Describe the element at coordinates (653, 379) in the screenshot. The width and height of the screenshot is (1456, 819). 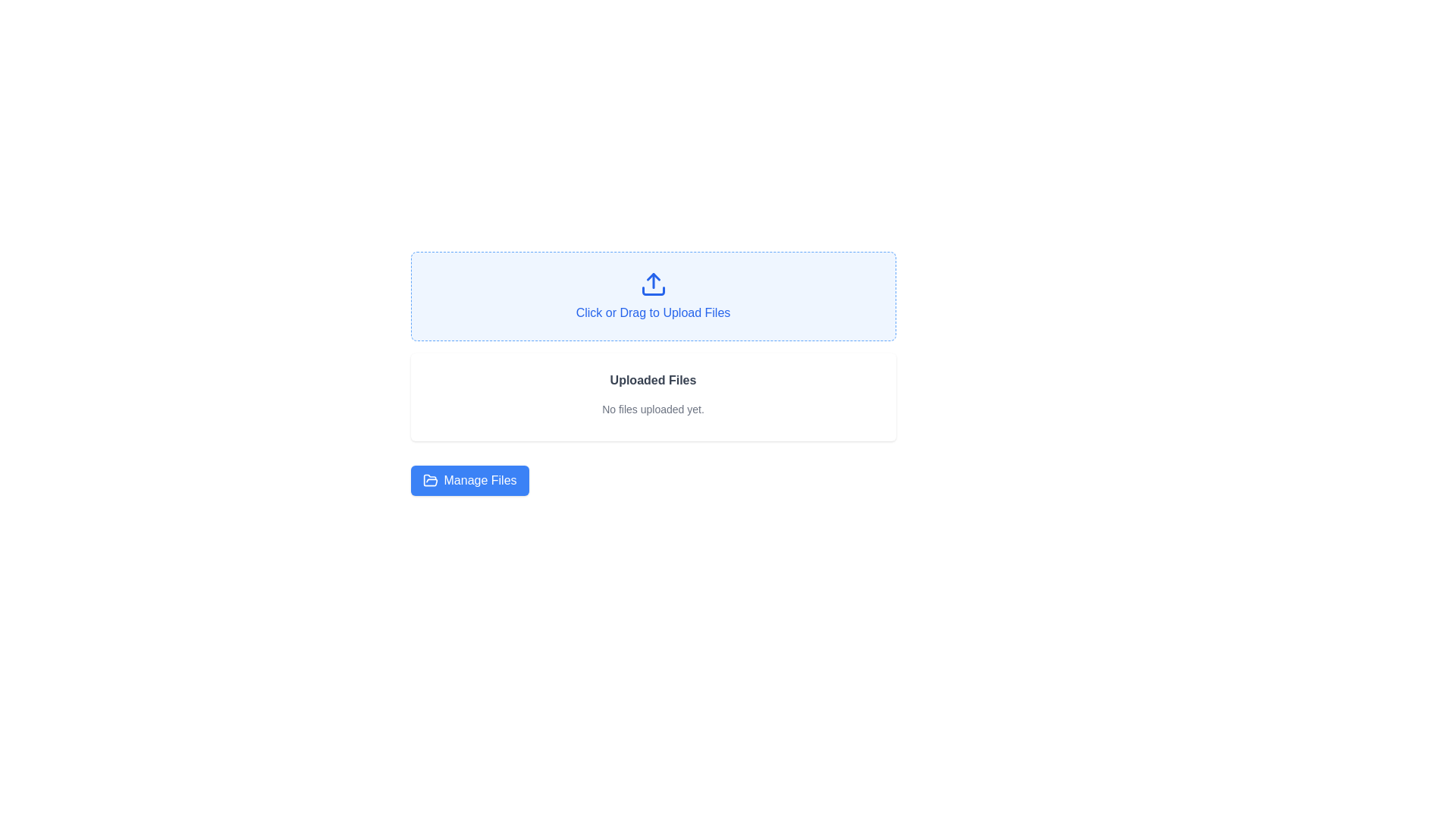
I see `Text label indicating the section's content concerning uploaded files, positioned above the text 'No files uploaded yet.'` at that location.